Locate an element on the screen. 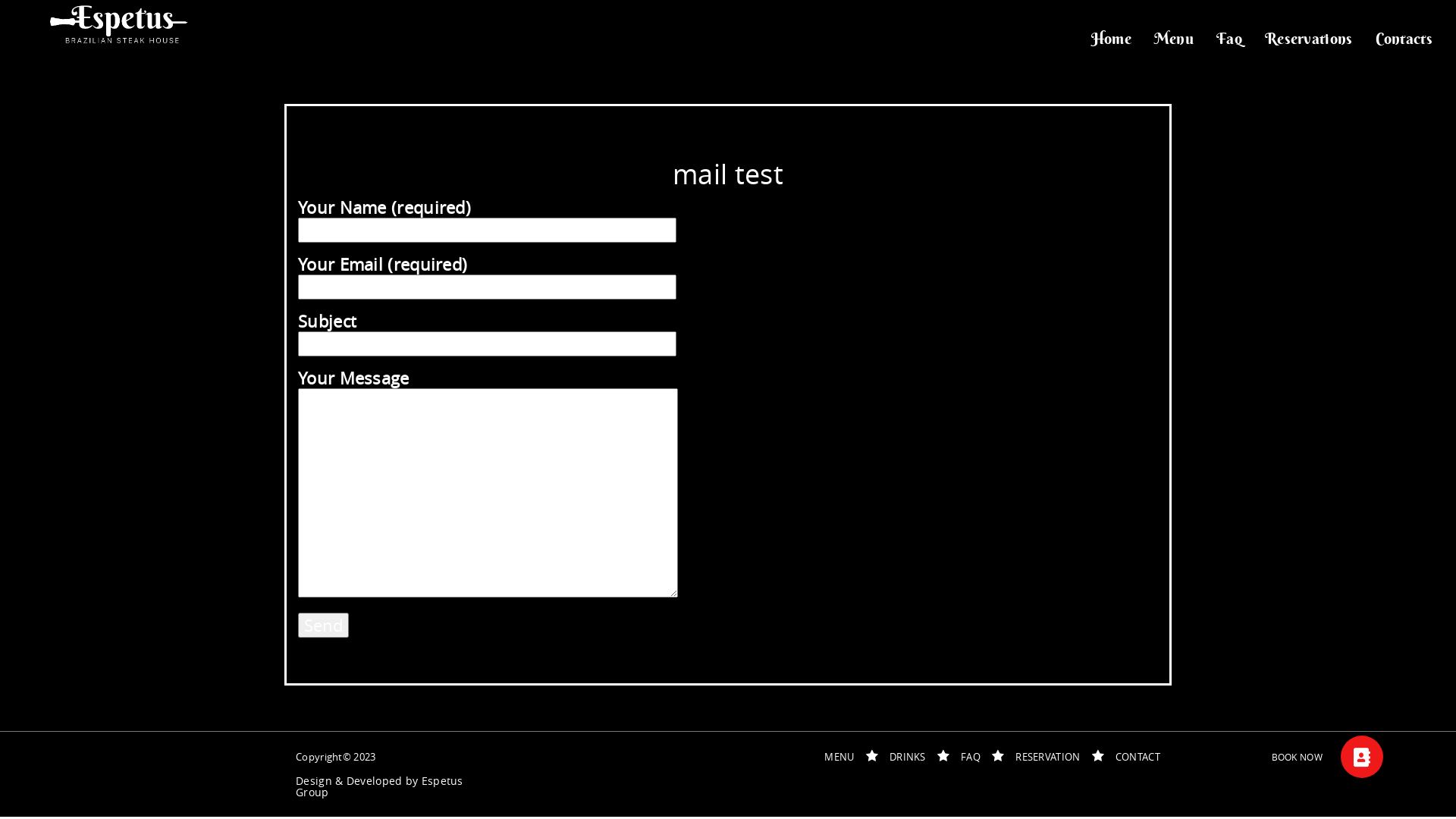  'DRINKS' is located at coordinates (907, 757).